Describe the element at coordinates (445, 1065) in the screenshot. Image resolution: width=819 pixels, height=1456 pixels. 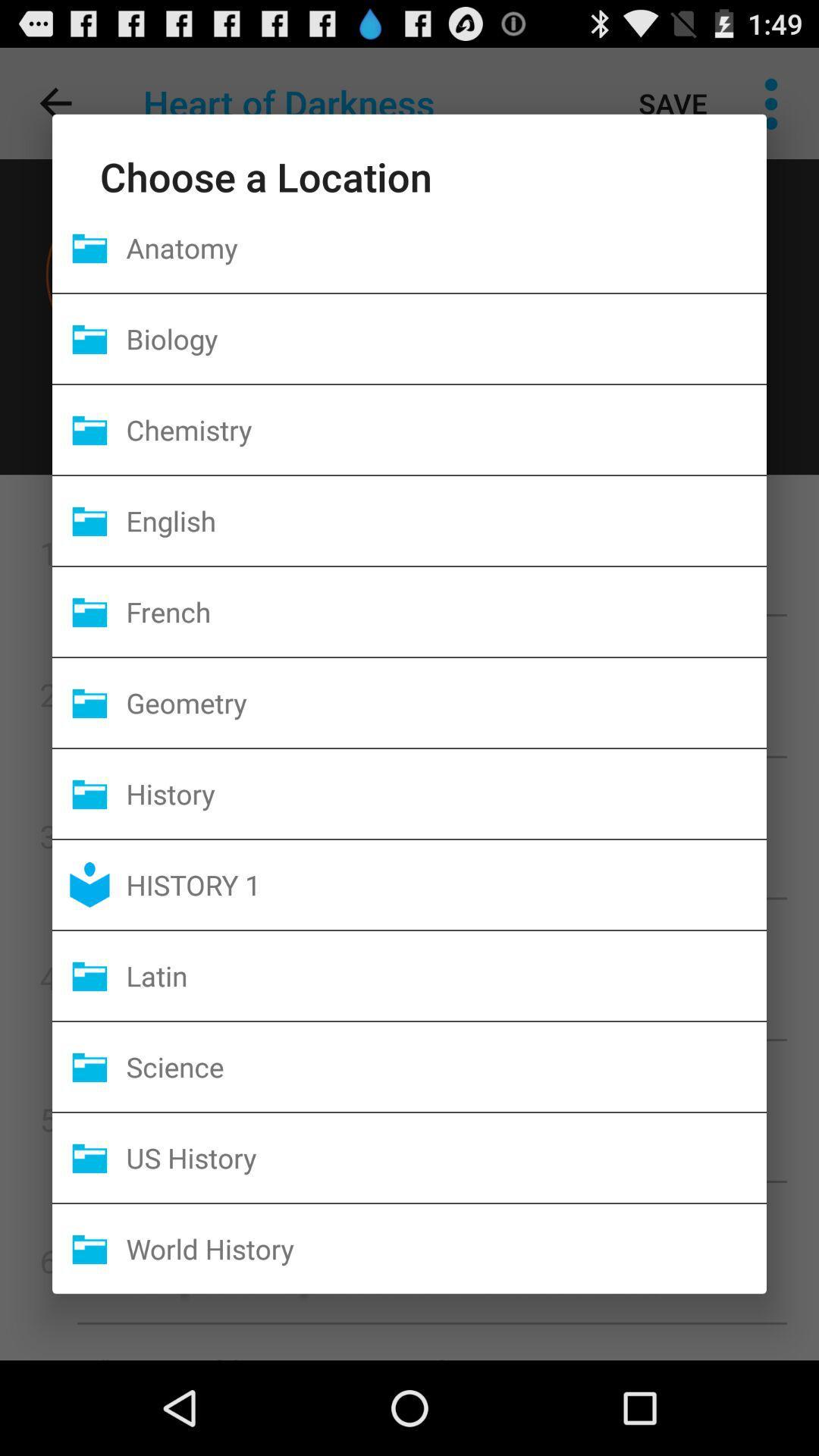
I see `the science item` at that location.